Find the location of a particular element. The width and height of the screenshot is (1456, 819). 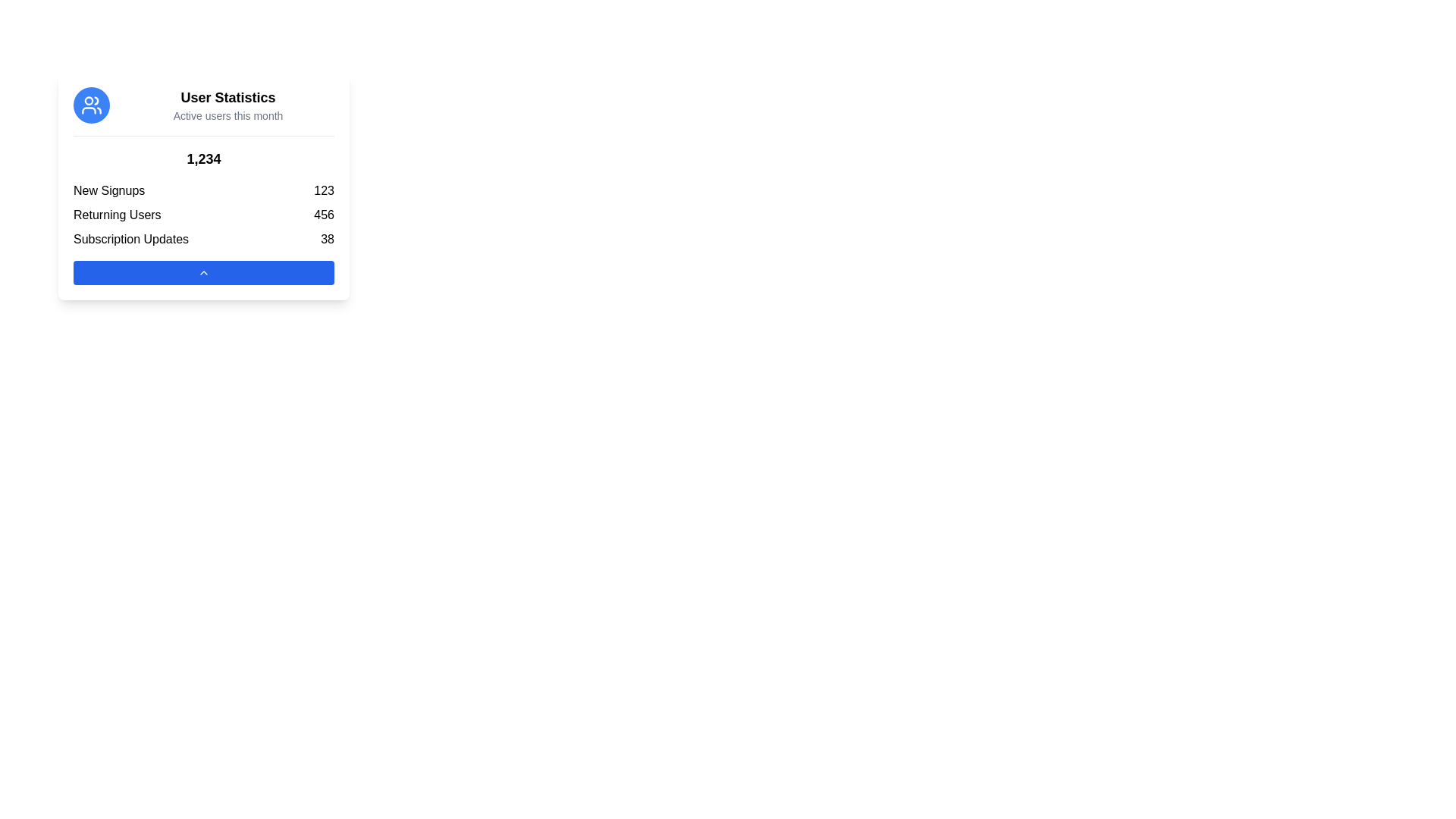

the smaller circular user icon located on the left side of the larger main user icon within the 'Users' icon in the top-left of the 'User Statistics' card is located at coordinates (88, 101).